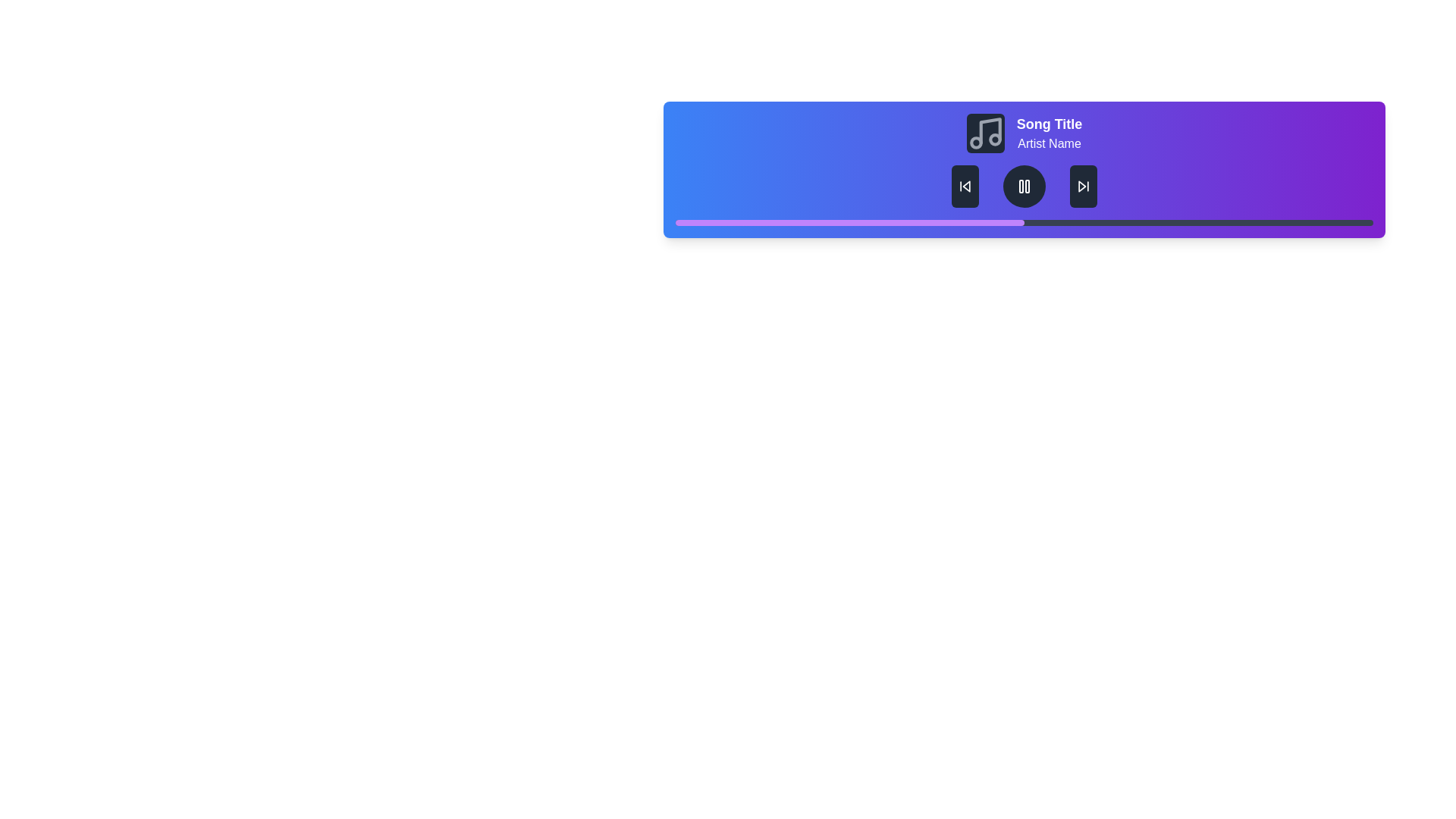 The image size is (1456, 819). What do you see at coordinates (1072, 222) in the screenshot?
I see `progress` at bounding box center [1072, 222].